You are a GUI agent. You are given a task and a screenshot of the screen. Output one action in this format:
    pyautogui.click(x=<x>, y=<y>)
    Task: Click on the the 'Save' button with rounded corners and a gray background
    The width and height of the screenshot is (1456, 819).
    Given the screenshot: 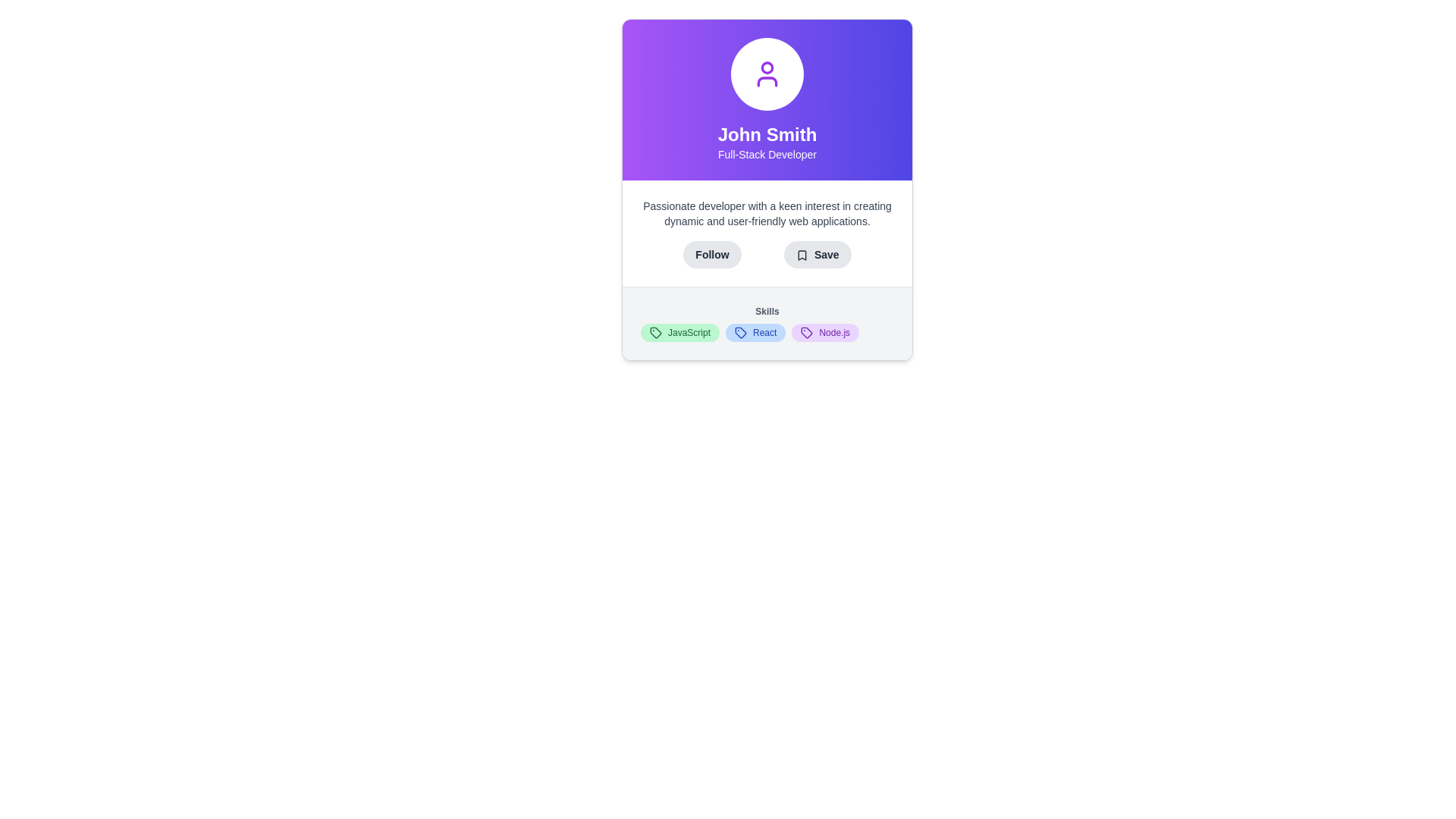 What is the action you would take?
    pyautogui.click(x=817, y=253)
    